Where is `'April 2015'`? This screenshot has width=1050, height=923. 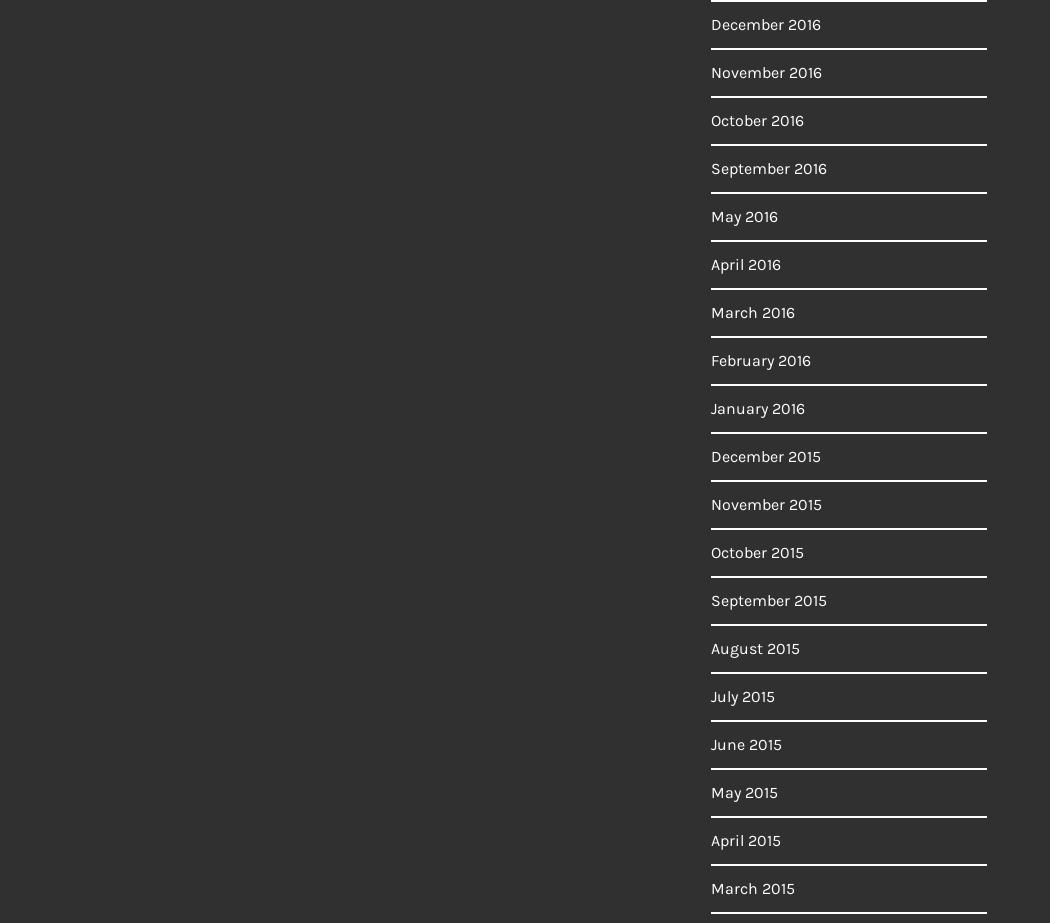 'April 2015' is located at coordinates (710, 839).